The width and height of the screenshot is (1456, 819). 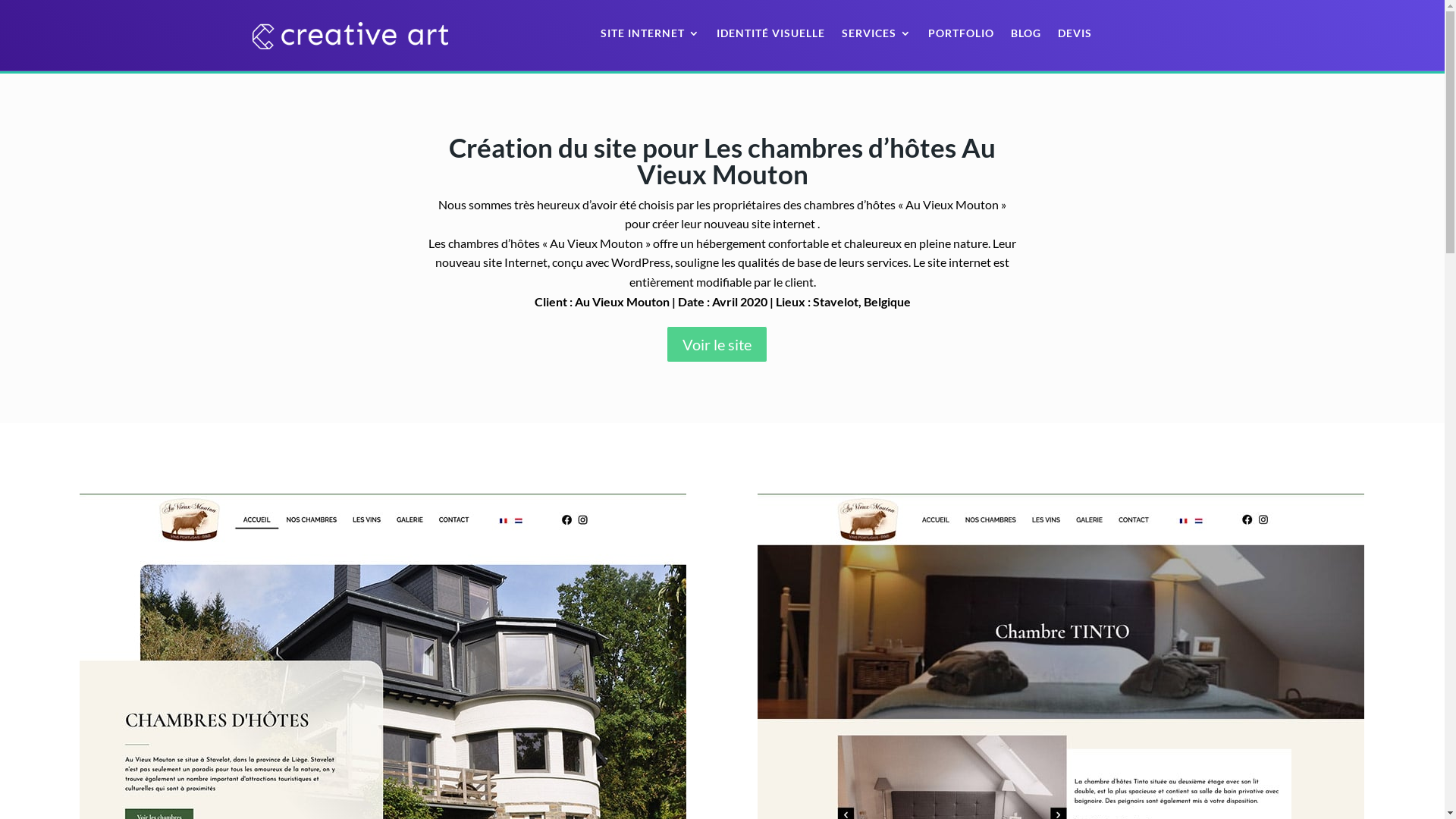 What do you see at coordinates (349, 34) in the screenshot?
I see `'logo-white'` at bounding box center [349, 34].